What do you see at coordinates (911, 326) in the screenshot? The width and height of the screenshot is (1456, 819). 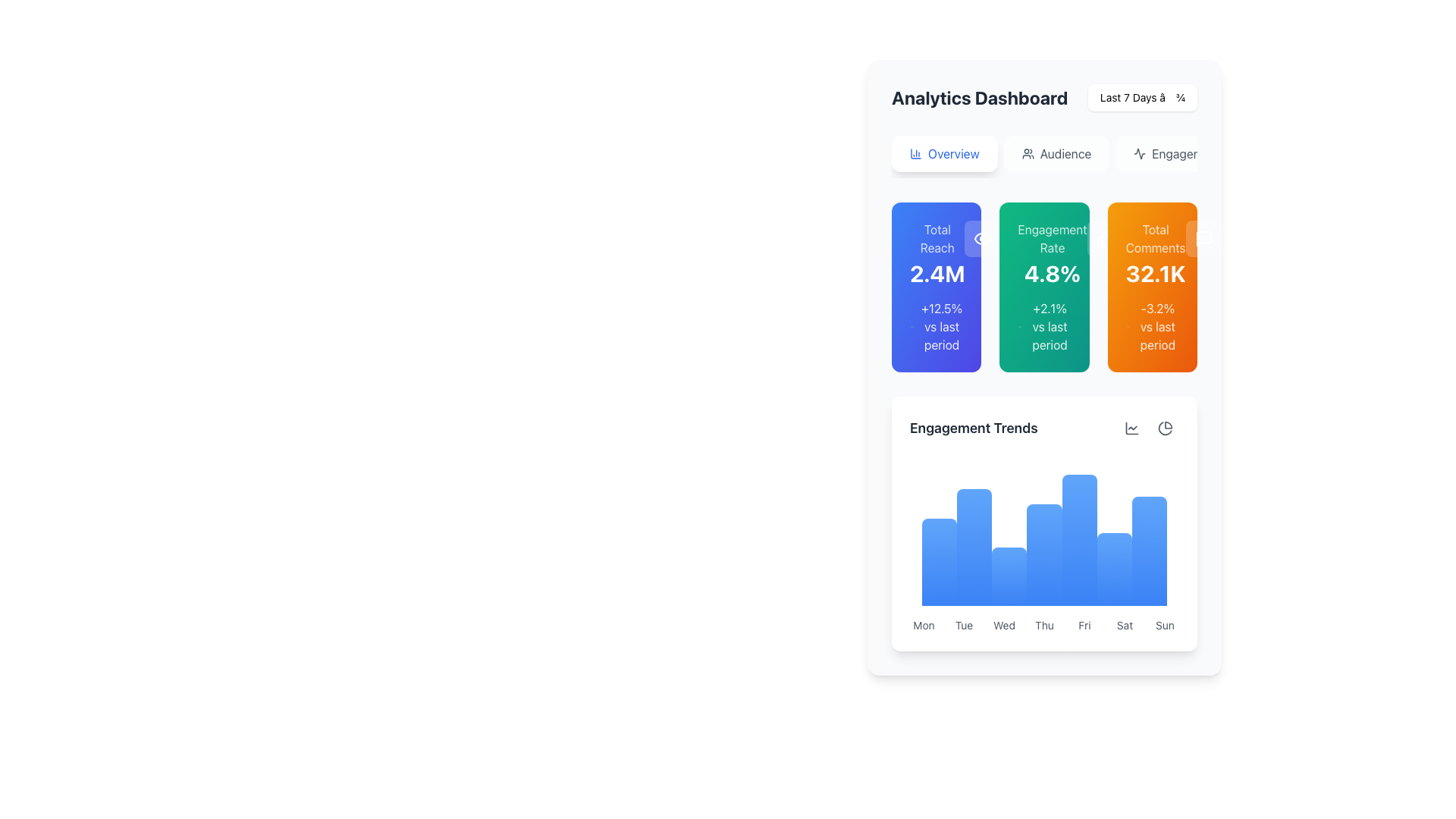 I see `the icon representing a positive change or increase located to the left of the text '+12.5% vs last period' in the 'Total Reach' metric section of the dashboard` at bounding box center [911, 326].